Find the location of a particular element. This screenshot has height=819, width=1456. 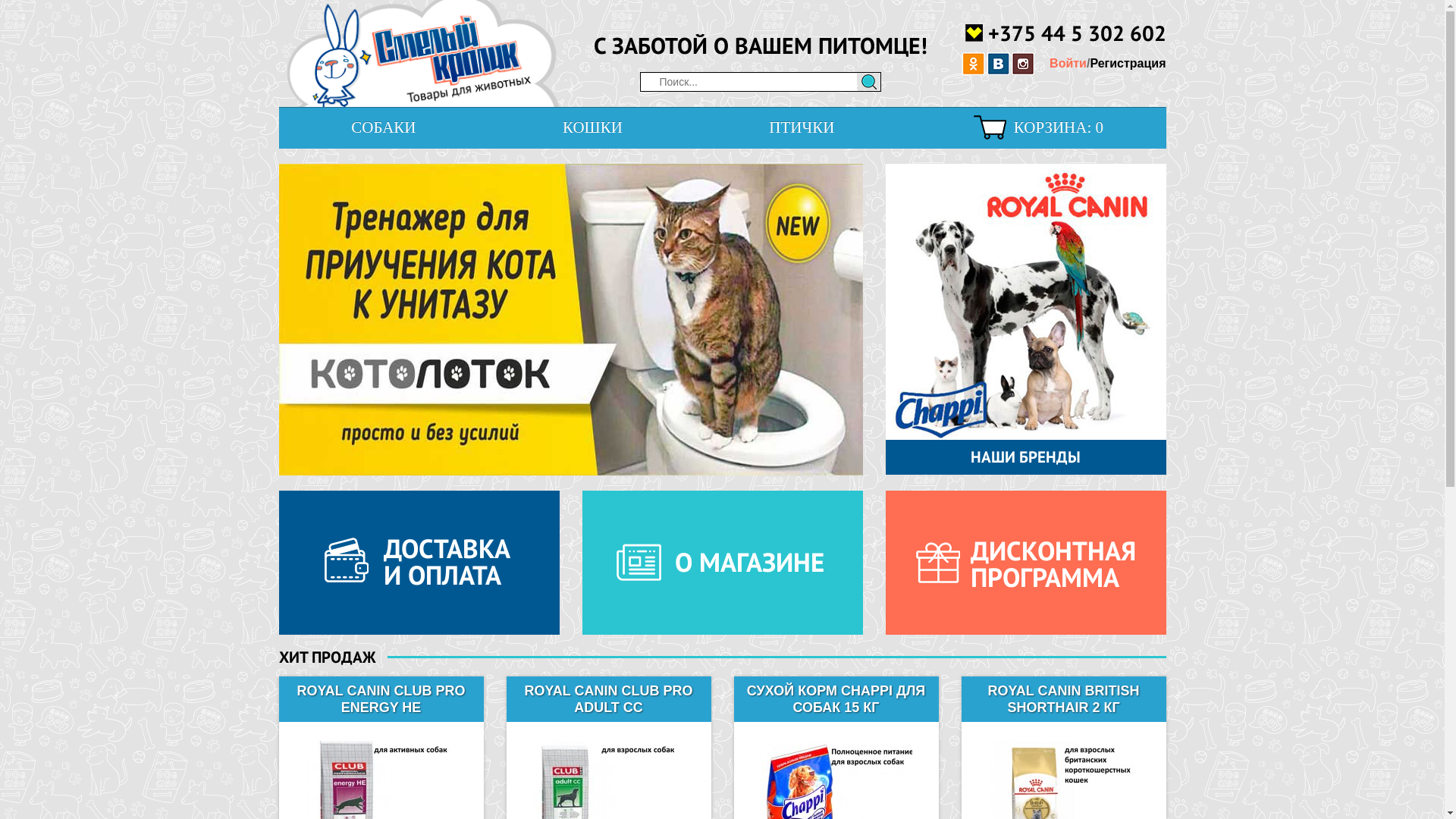

'+375 44 5 302 602' is located at coordinates (1064, 32).